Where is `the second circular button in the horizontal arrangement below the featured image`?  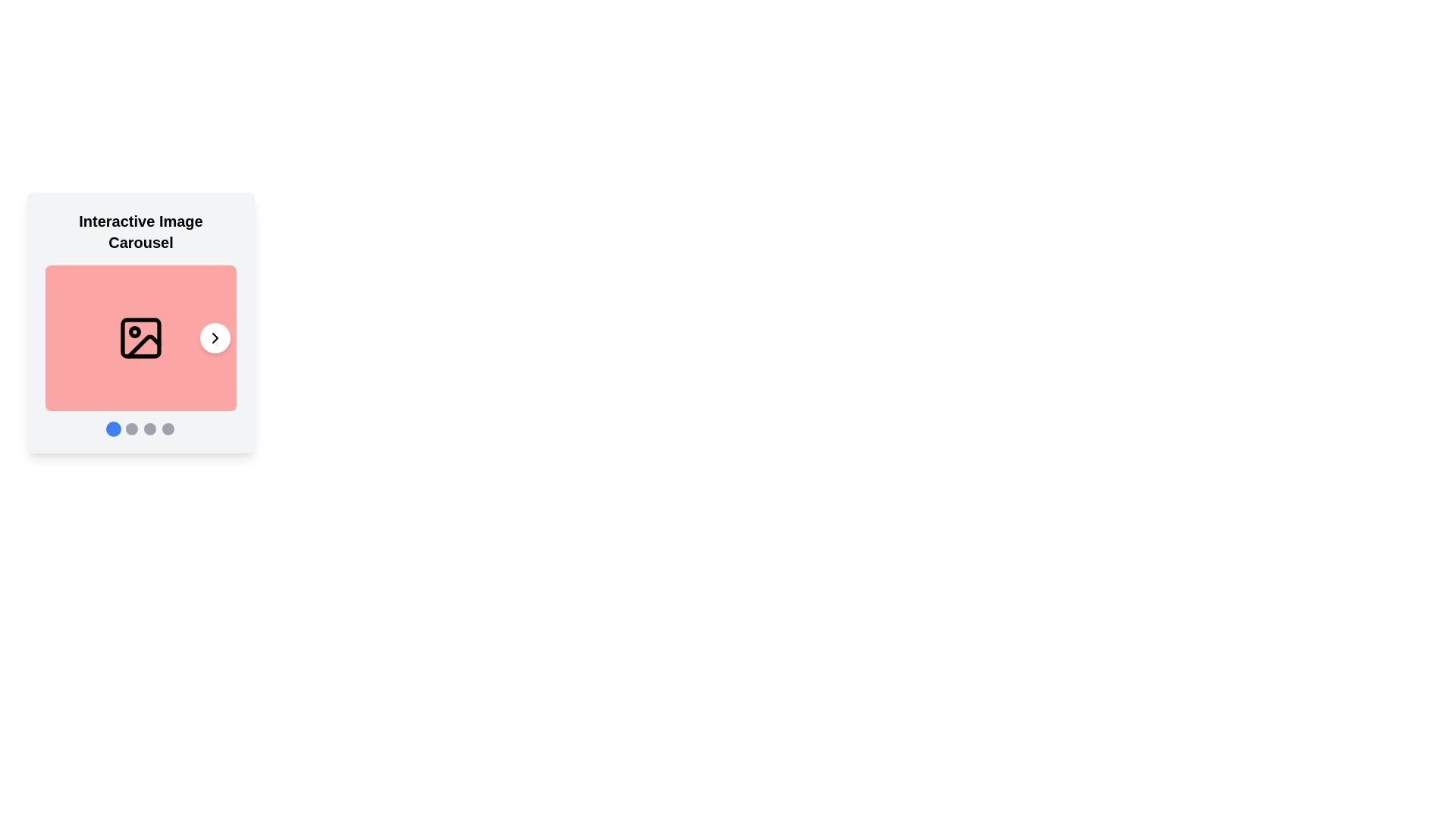 the second circular button in the horizontal arrangement below the featured image is located at coordinates (131, 429).